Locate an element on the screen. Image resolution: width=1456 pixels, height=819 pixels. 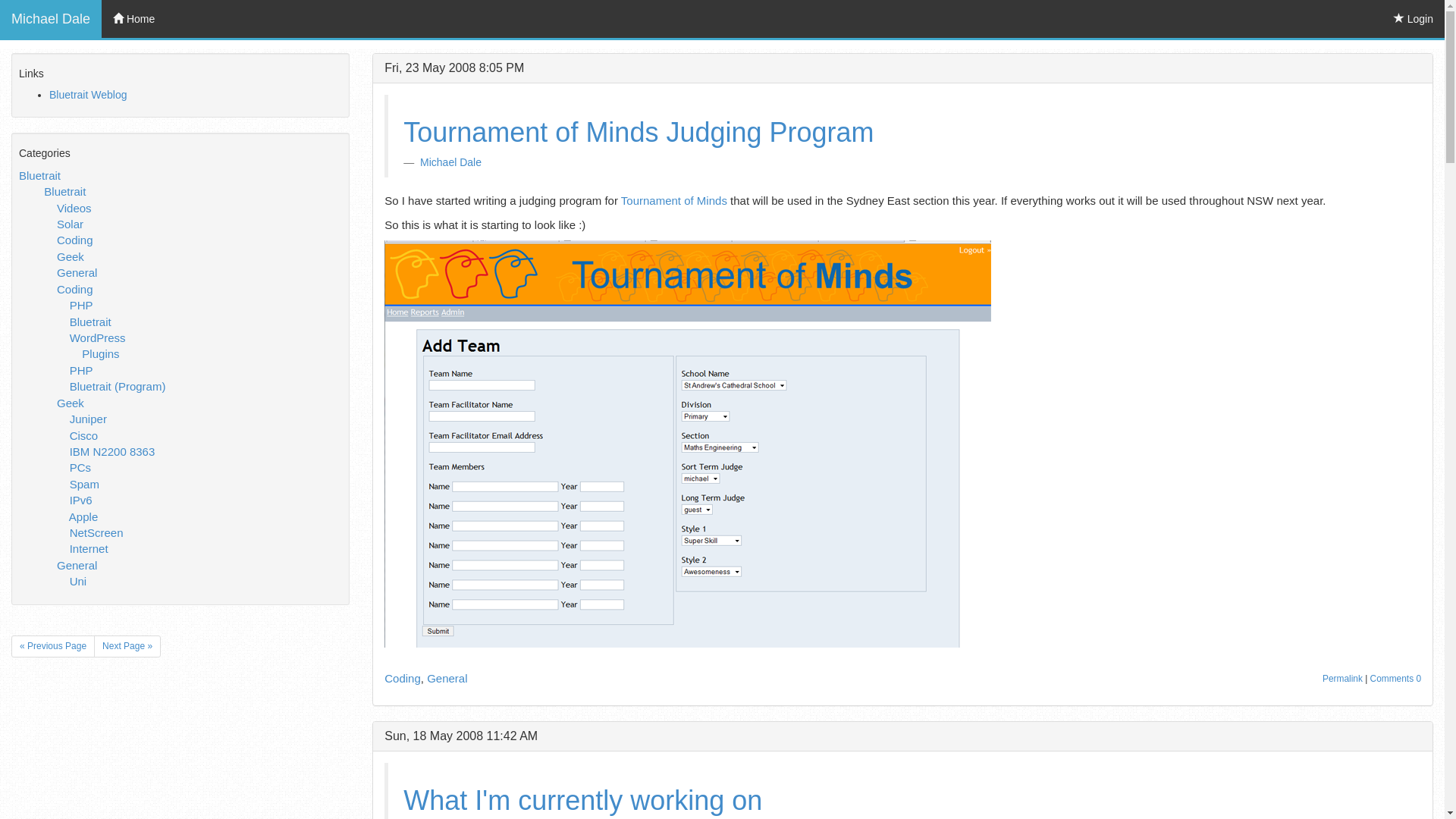
'Permalink' is located at coordinates (1342, 677).